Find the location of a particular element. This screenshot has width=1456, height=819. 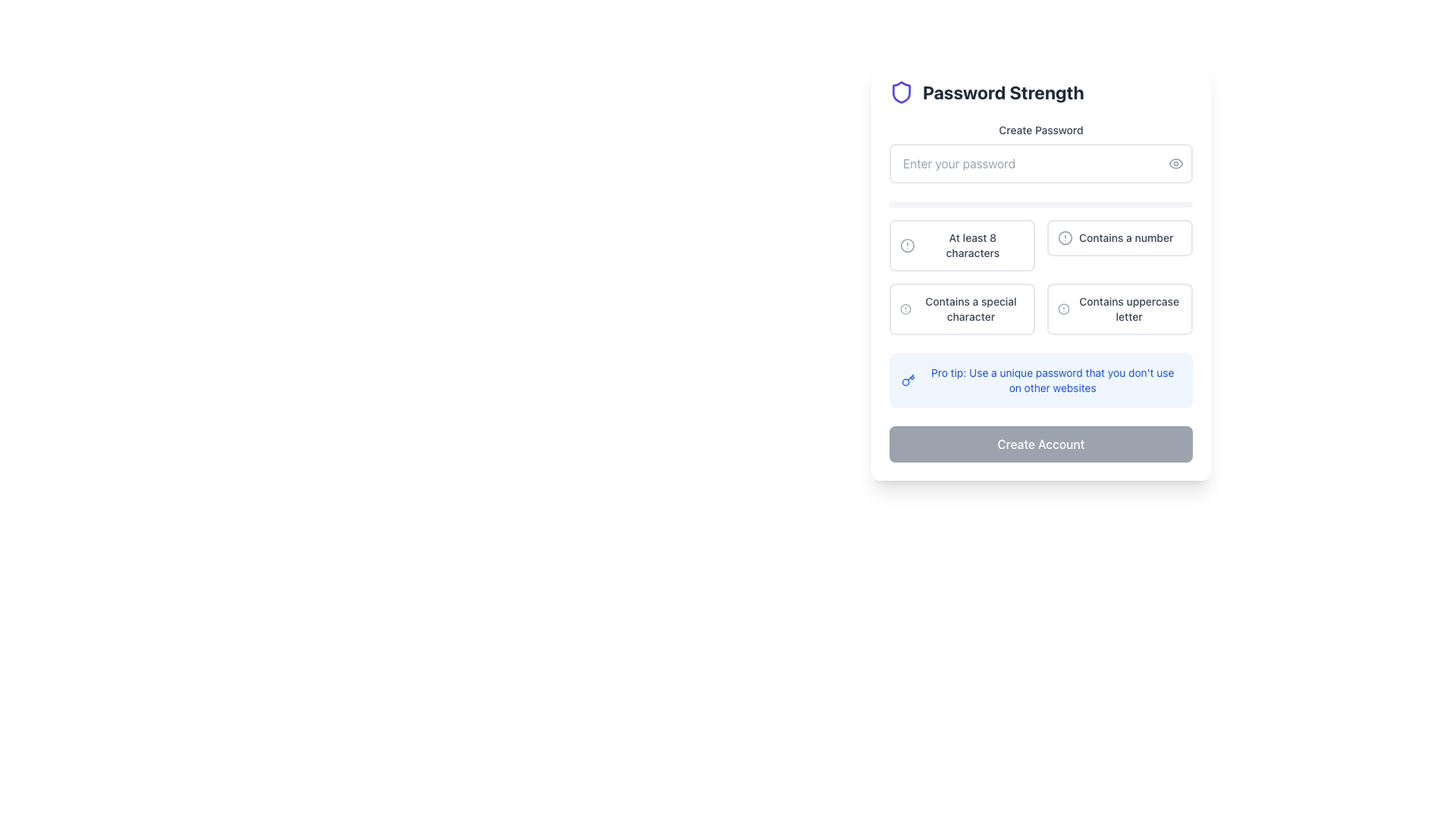

the Text Label with Icon that indicates the password must contain a numerical character, positioned in the second column and first row of the grid is located at coordinates (1120, 245).